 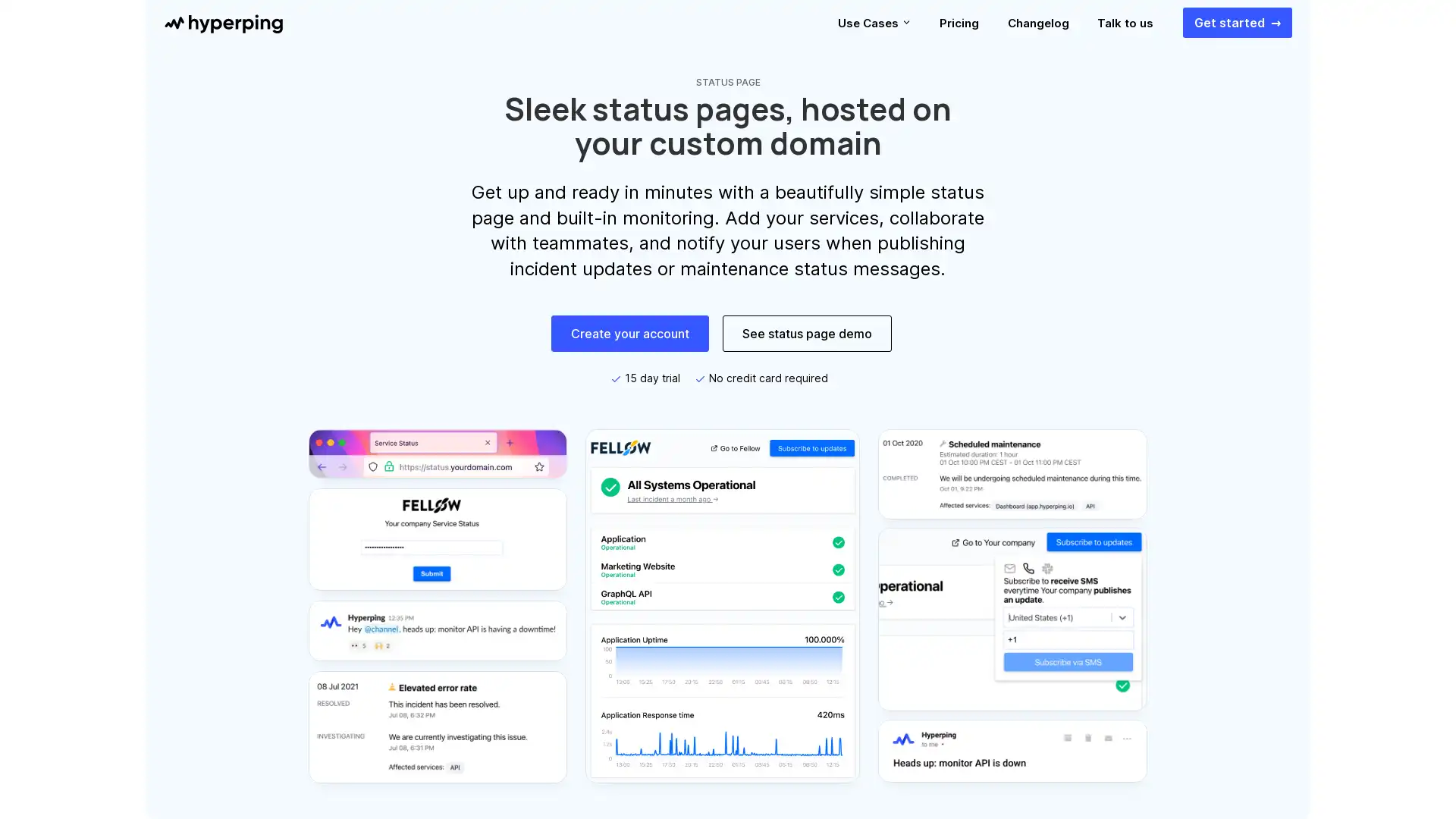 What do you see at coordinates (1125, 23) in the screenshot?
I see `Talk to us` at bounding box center [1125, 23].